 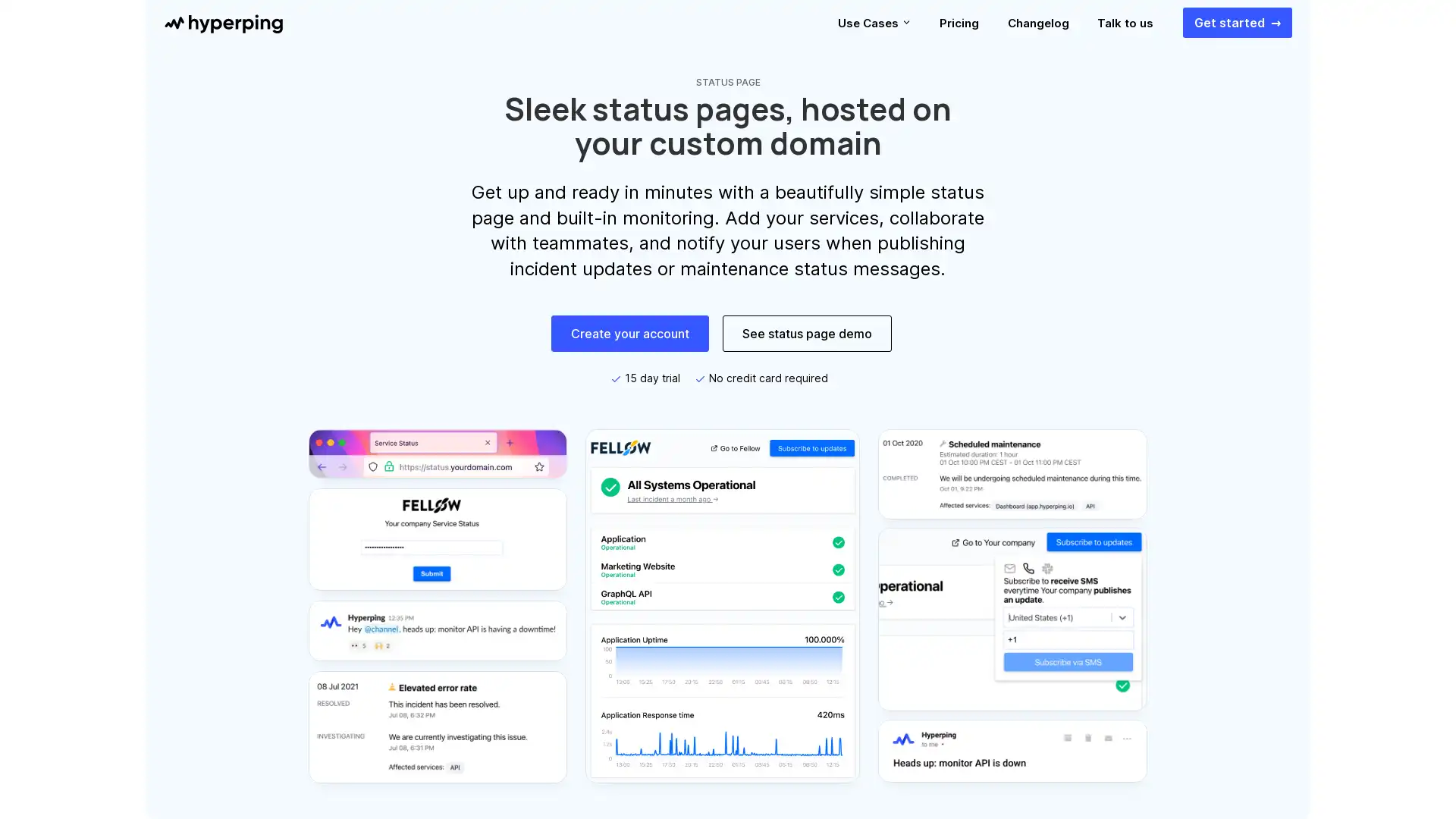 What do you see at coordinates (1125, 23) in the screenshot?
I see `Talk to us` at bounding box center [1125, 23].